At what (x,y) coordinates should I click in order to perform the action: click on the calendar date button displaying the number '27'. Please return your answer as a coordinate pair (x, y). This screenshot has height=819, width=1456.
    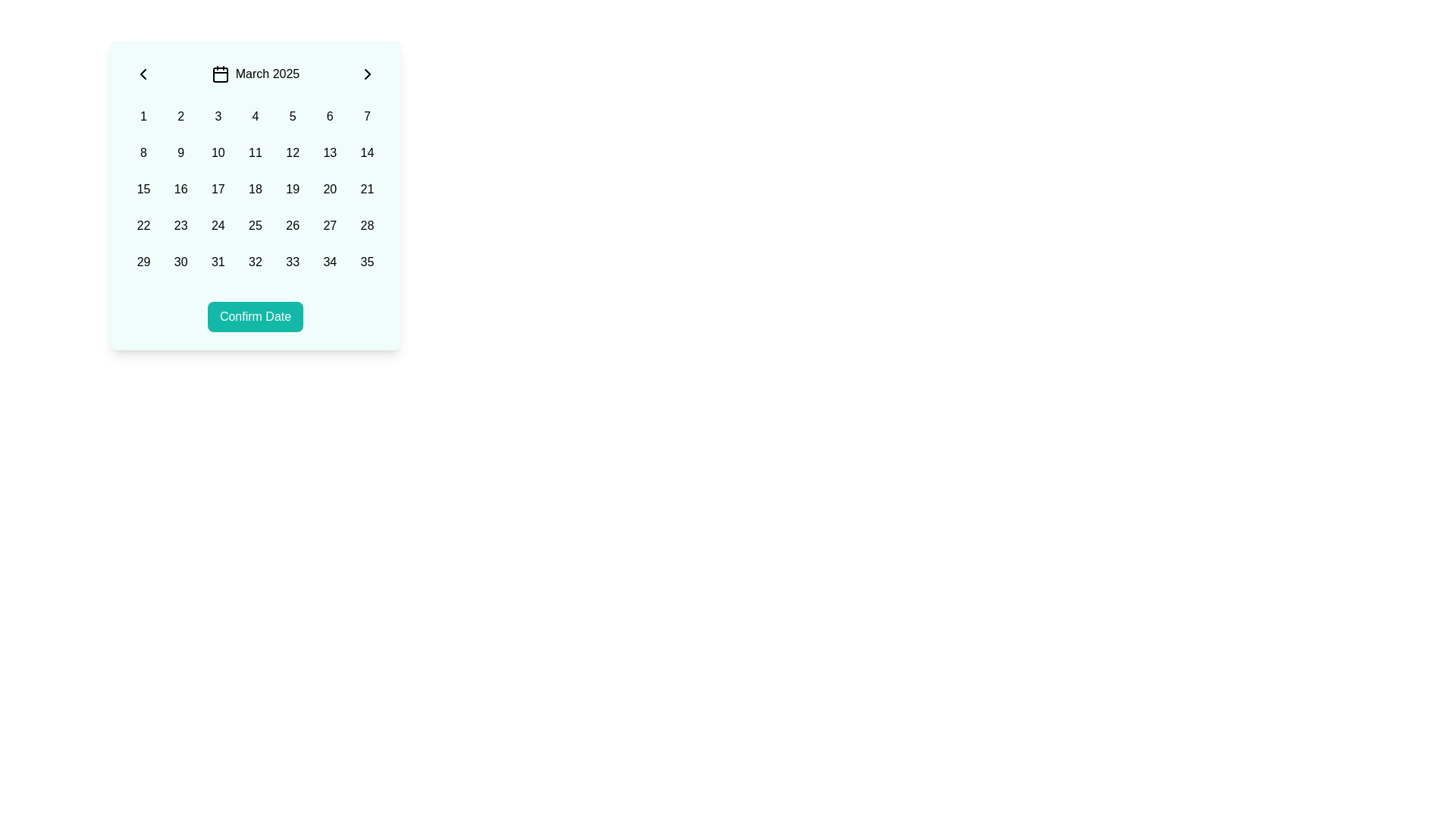
    Looking at the image, I should click on (329, 225).